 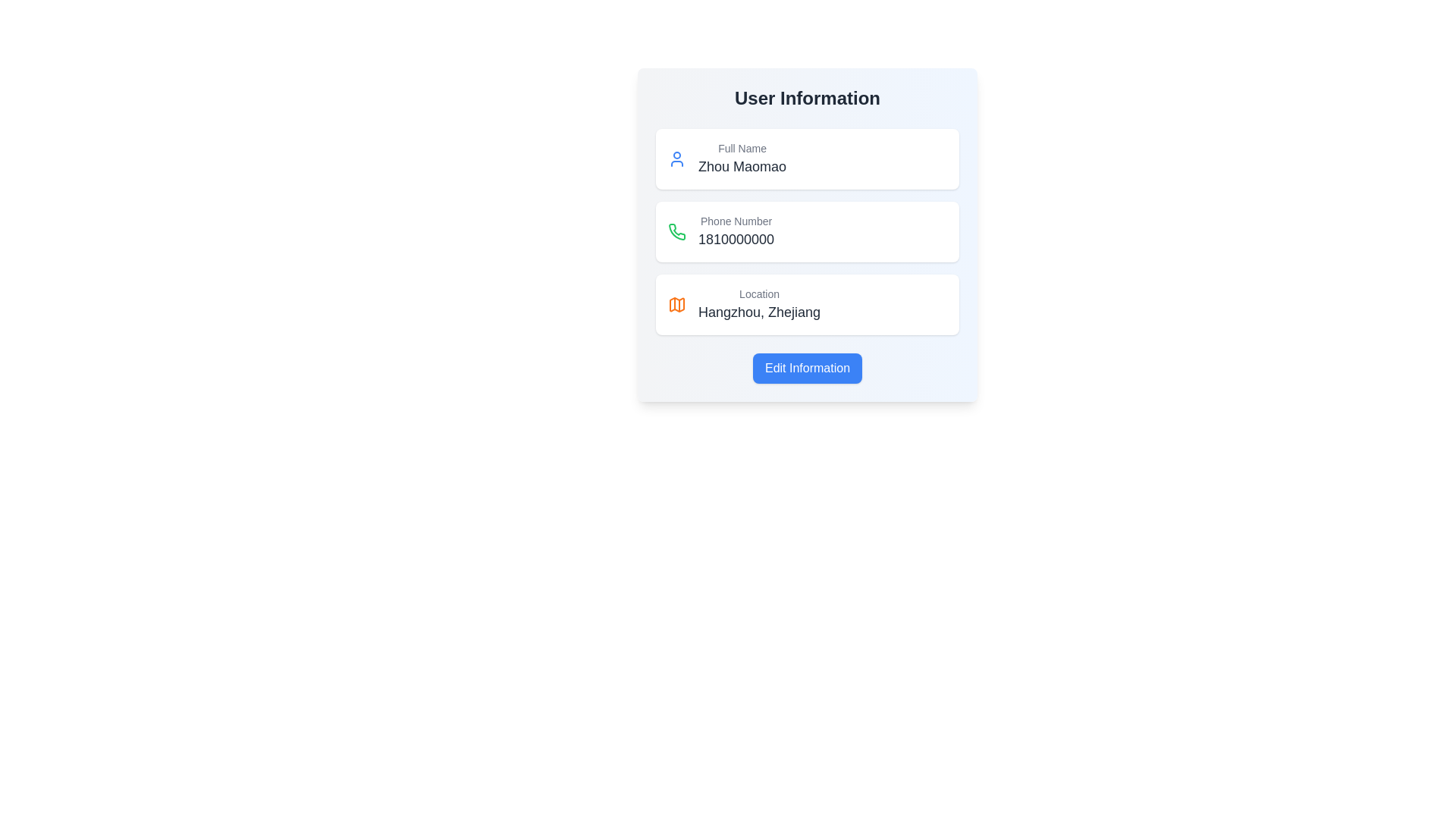 I want to click on the 'Phone Number' label displayed in small, medium-weight gray font, located above the phone number field in the second section of the form, so click(x=736, y=221).